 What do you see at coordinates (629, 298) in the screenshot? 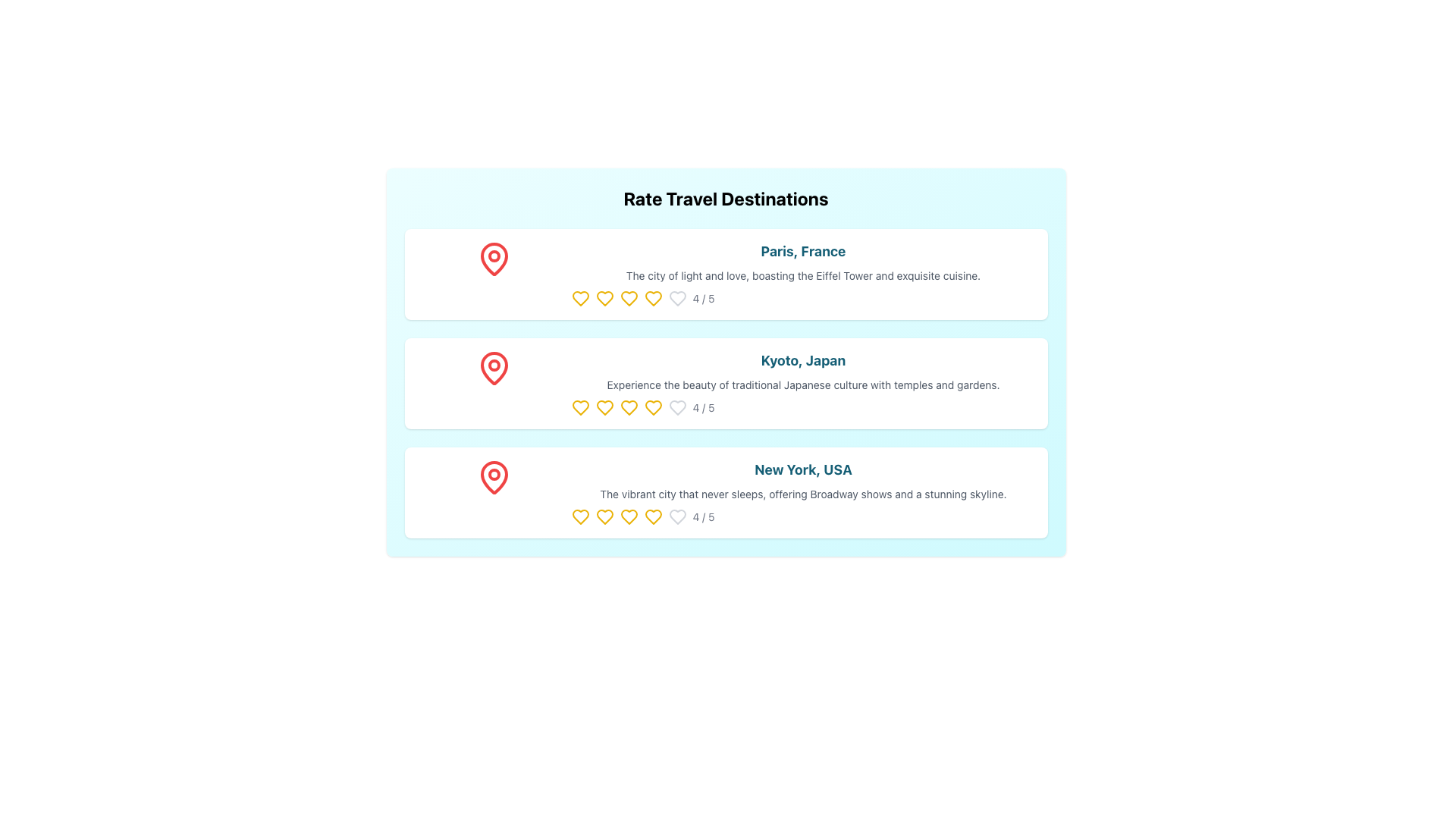
I see `on the third yellow heart icon in the rating system for 'Paris, France'` at bounding box center [629, 298].